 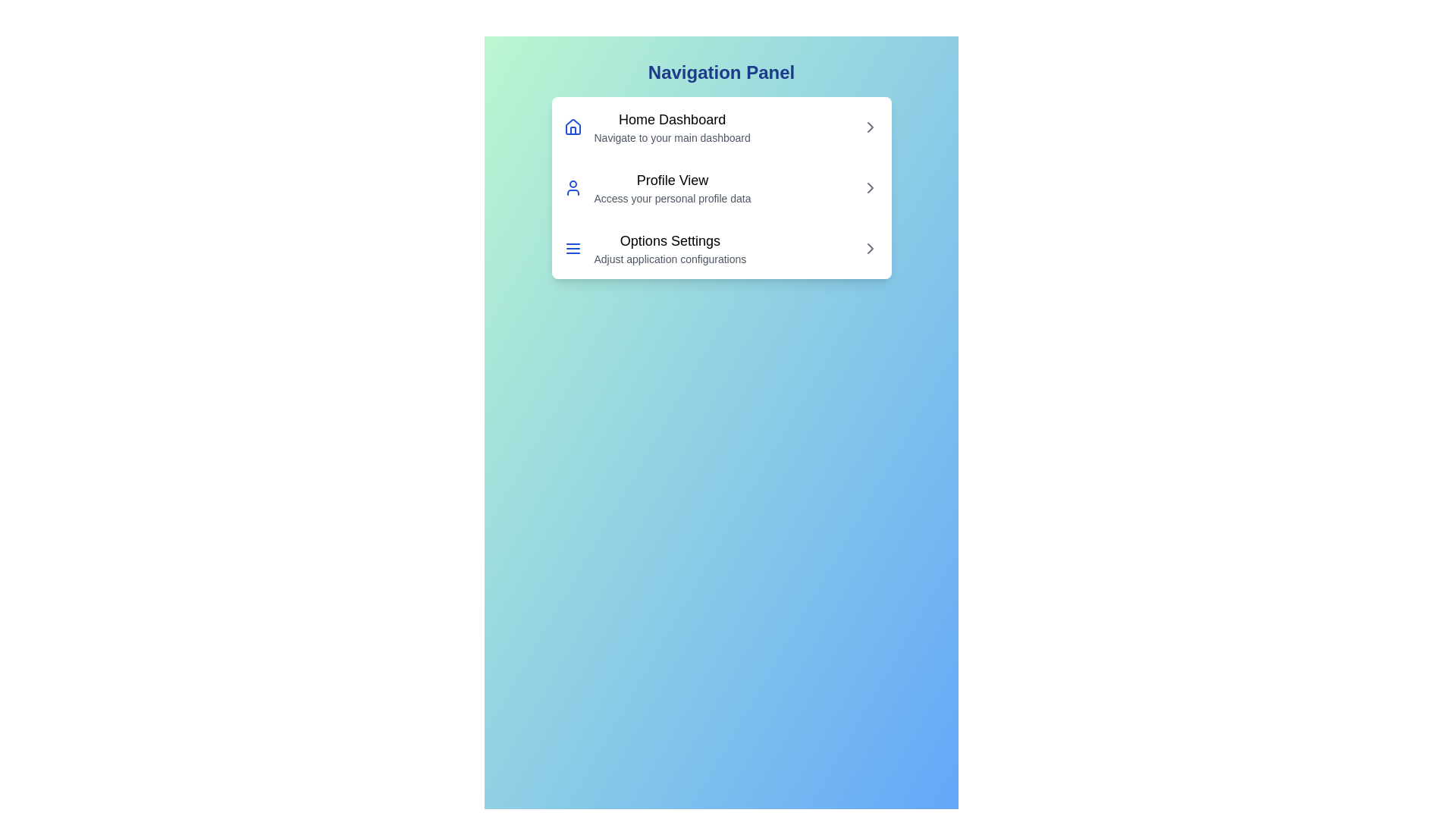 What do you see at coordinates (720, 247) in the screenshot?
I see `the menu item corresponding to Options Settings` at bounding box center [720, 247].